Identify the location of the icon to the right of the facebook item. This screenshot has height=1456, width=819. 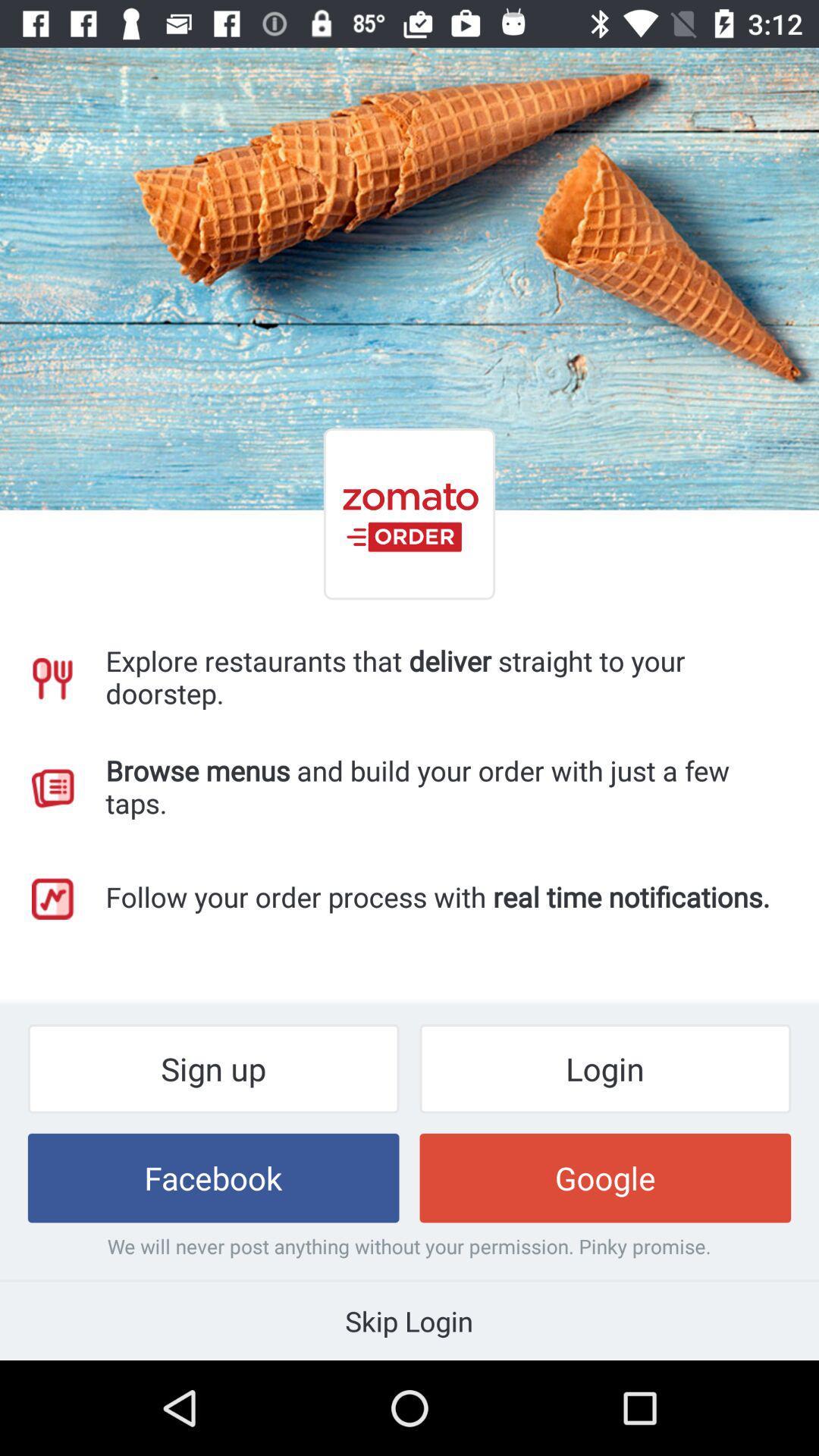
(604, 1177).